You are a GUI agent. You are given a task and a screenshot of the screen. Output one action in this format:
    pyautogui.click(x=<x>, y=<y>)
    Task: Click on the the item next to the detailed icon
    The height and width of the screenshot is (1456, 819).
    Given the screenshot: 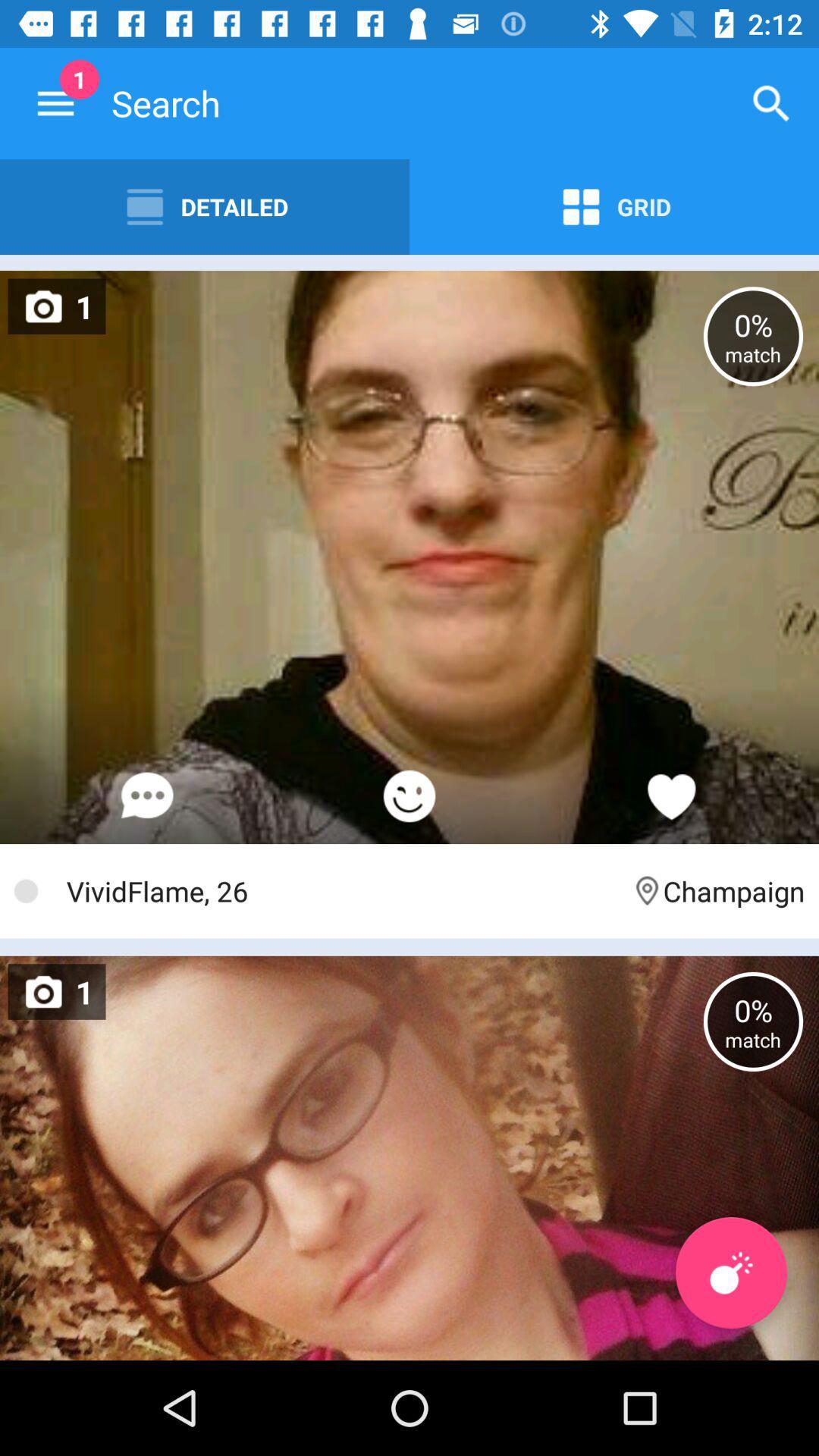 What is the action you would take?
    pyautogui.click(x=55, y=102)
    